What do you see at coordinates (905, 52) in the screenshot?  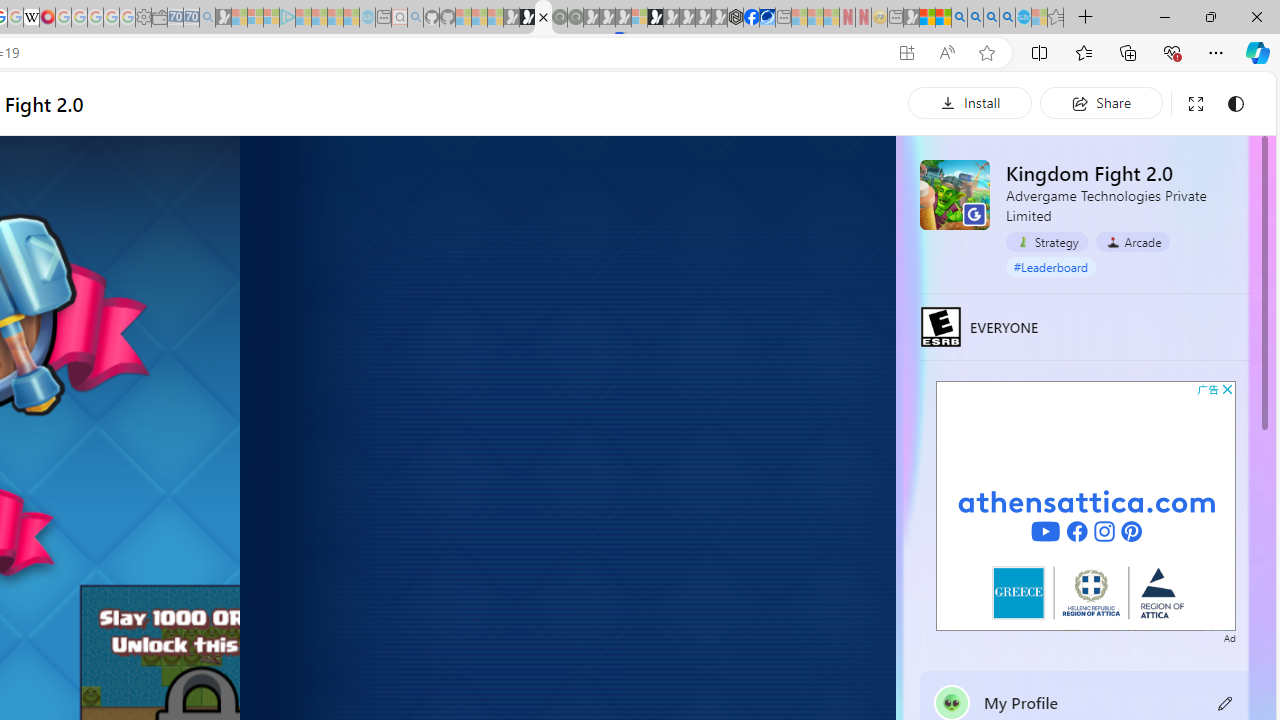 I see `'App available. Install Kingdom Fight 2.0'` at bounding box center [905, 52].